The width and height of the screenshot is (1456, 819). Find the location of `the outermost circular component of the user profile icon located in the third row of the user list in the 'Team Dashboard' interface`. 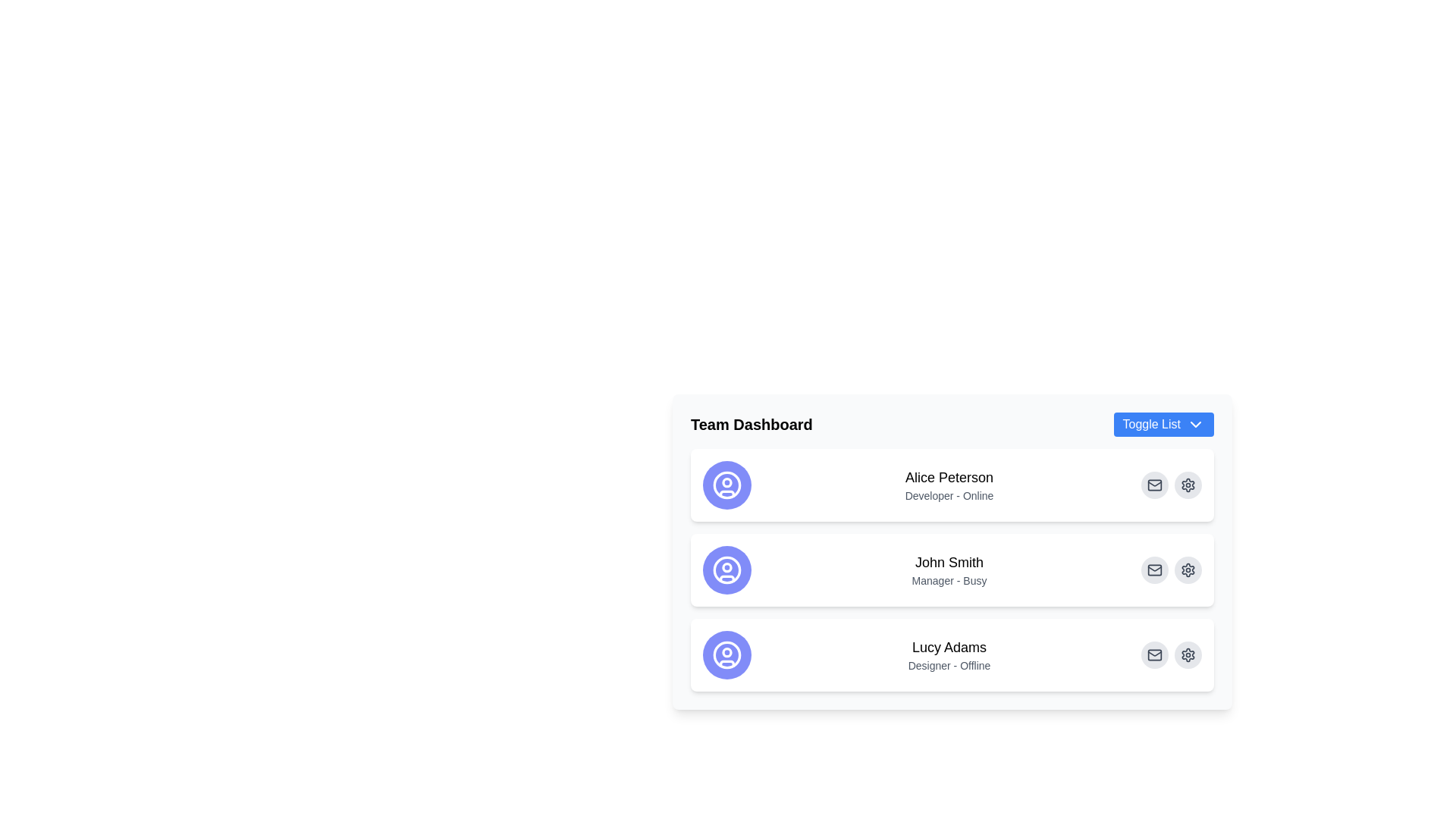

the outermost circular component of the user profile icon located in the third row of the user list in the 'Team Dashboard' interface is located at coordinates (726, 654).